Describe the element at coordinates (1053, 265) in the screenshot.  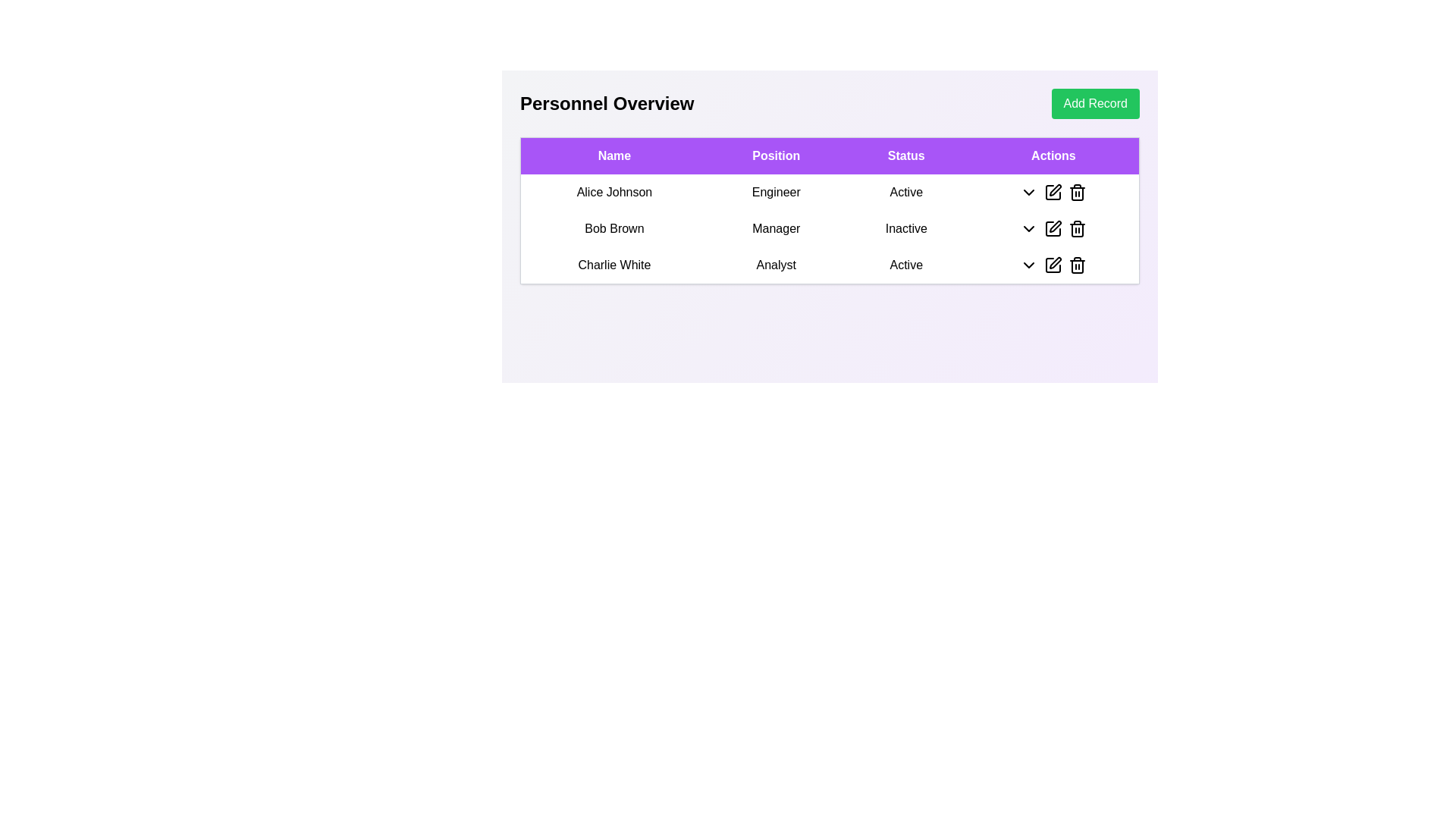
I see `the edit icon in the last row under the 'Actions' column for the personnel named 'Charlie White'` at that location.